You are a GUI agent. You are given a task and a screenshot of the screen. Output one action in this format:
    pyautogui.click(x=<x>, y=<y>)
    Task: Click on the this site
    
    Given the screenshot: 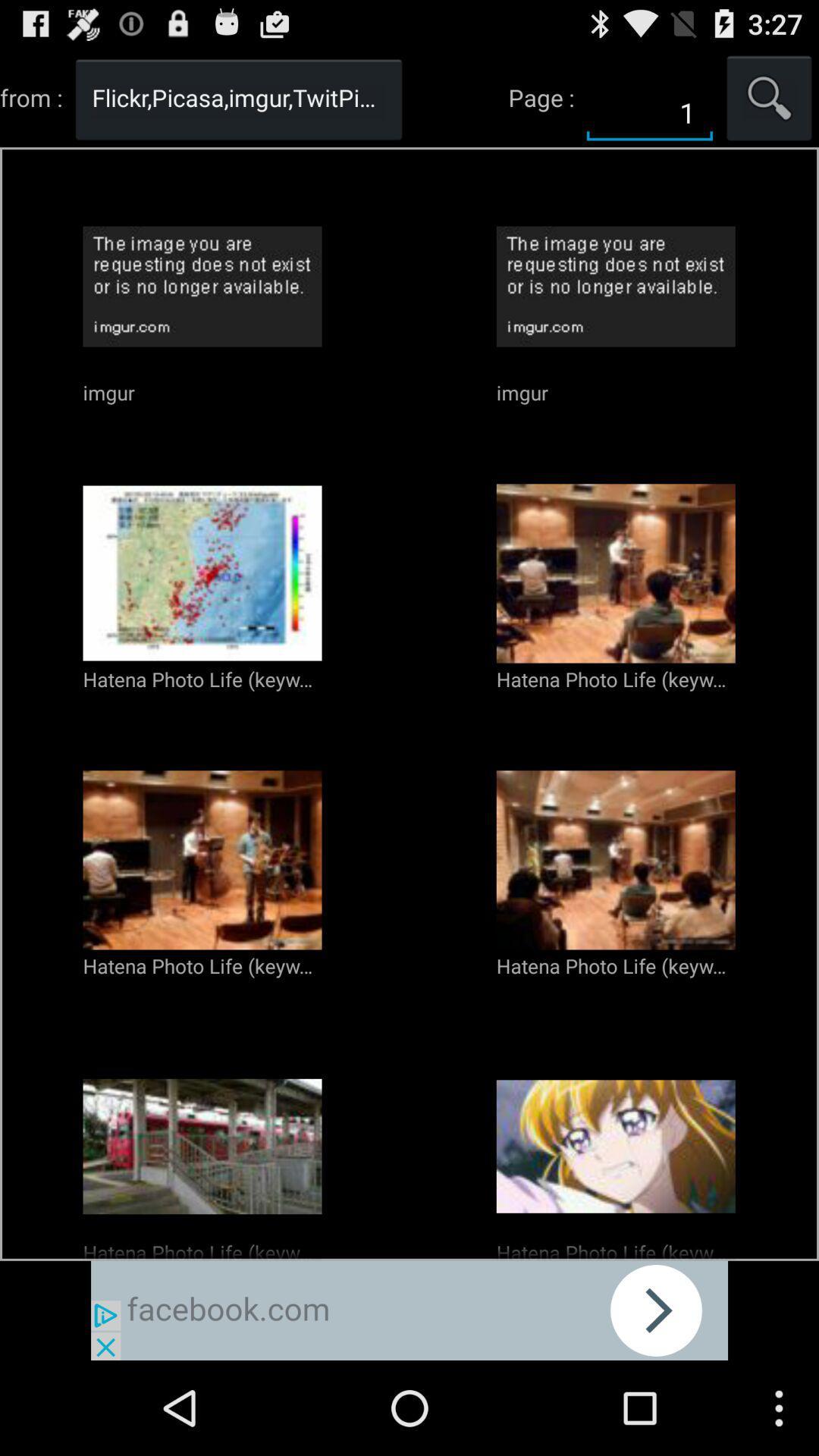 What is the action you would take?
    pyautogui.click(x=409, y=1310)
    